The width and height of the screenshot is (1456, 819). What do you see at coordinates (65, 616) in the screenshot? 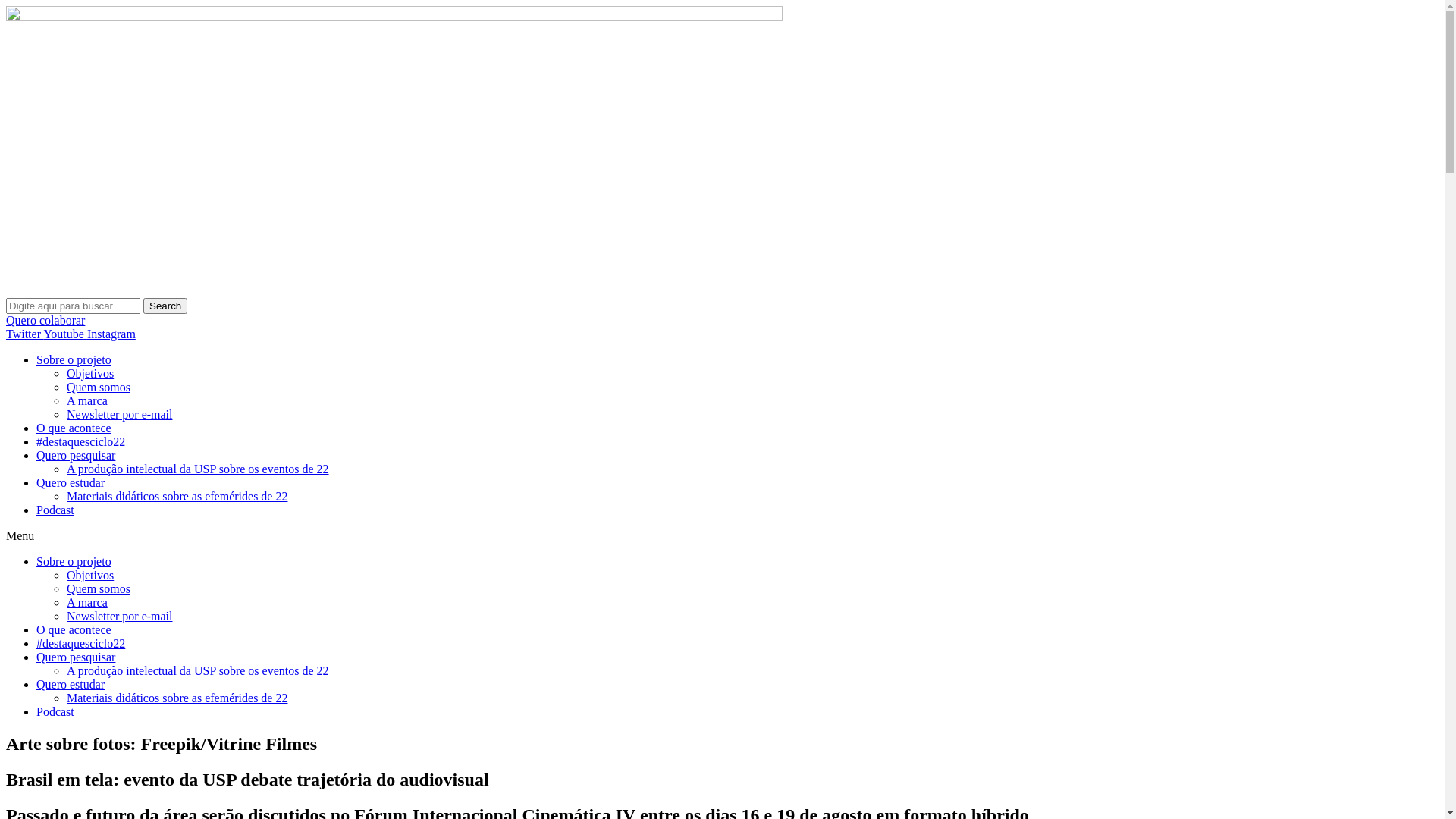
I see `'Newsletter por e-mail'` at bounding box center [65, 616].